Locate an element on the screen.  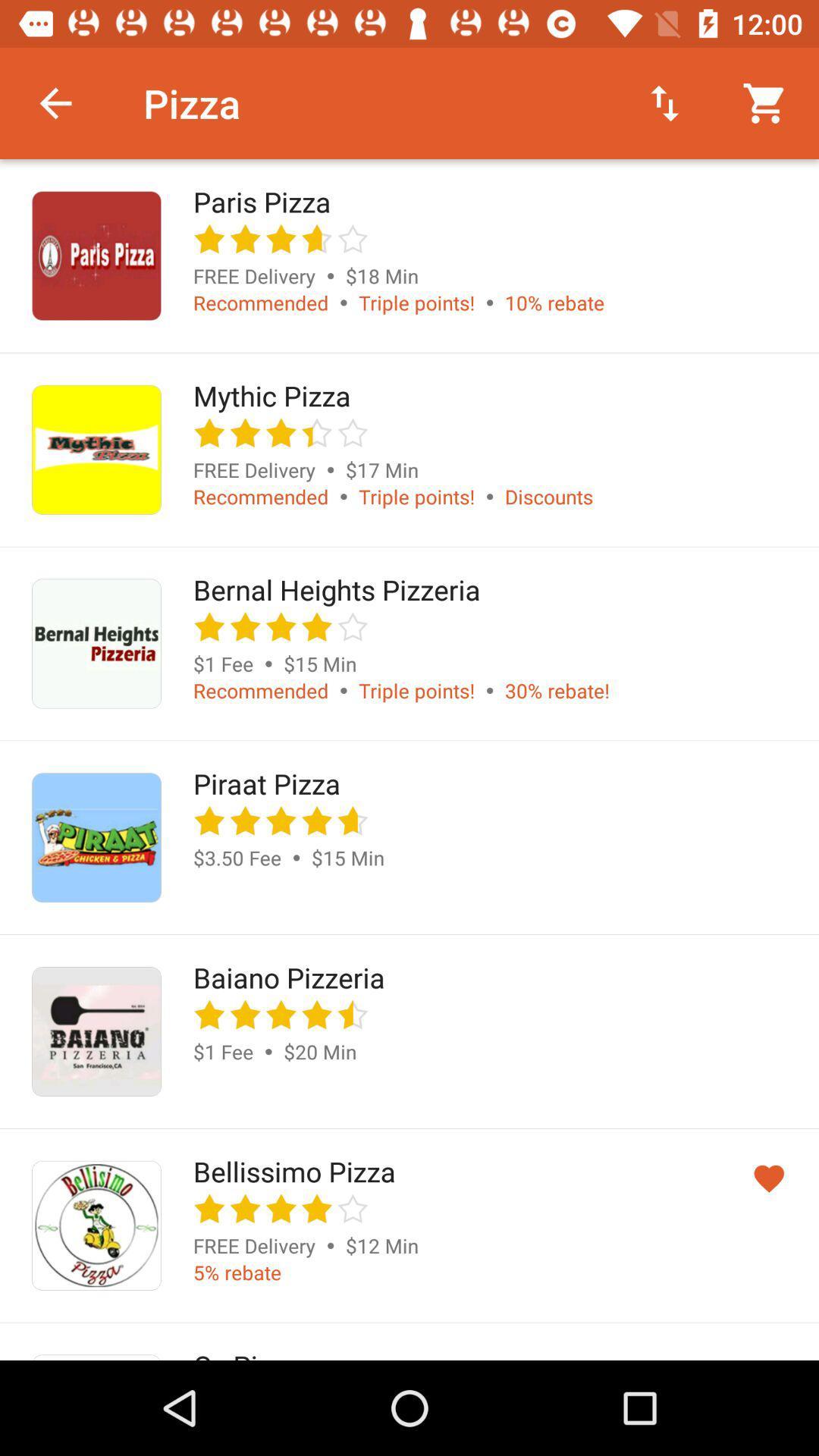
item next to pizza item is located at coordinates (55, 102).